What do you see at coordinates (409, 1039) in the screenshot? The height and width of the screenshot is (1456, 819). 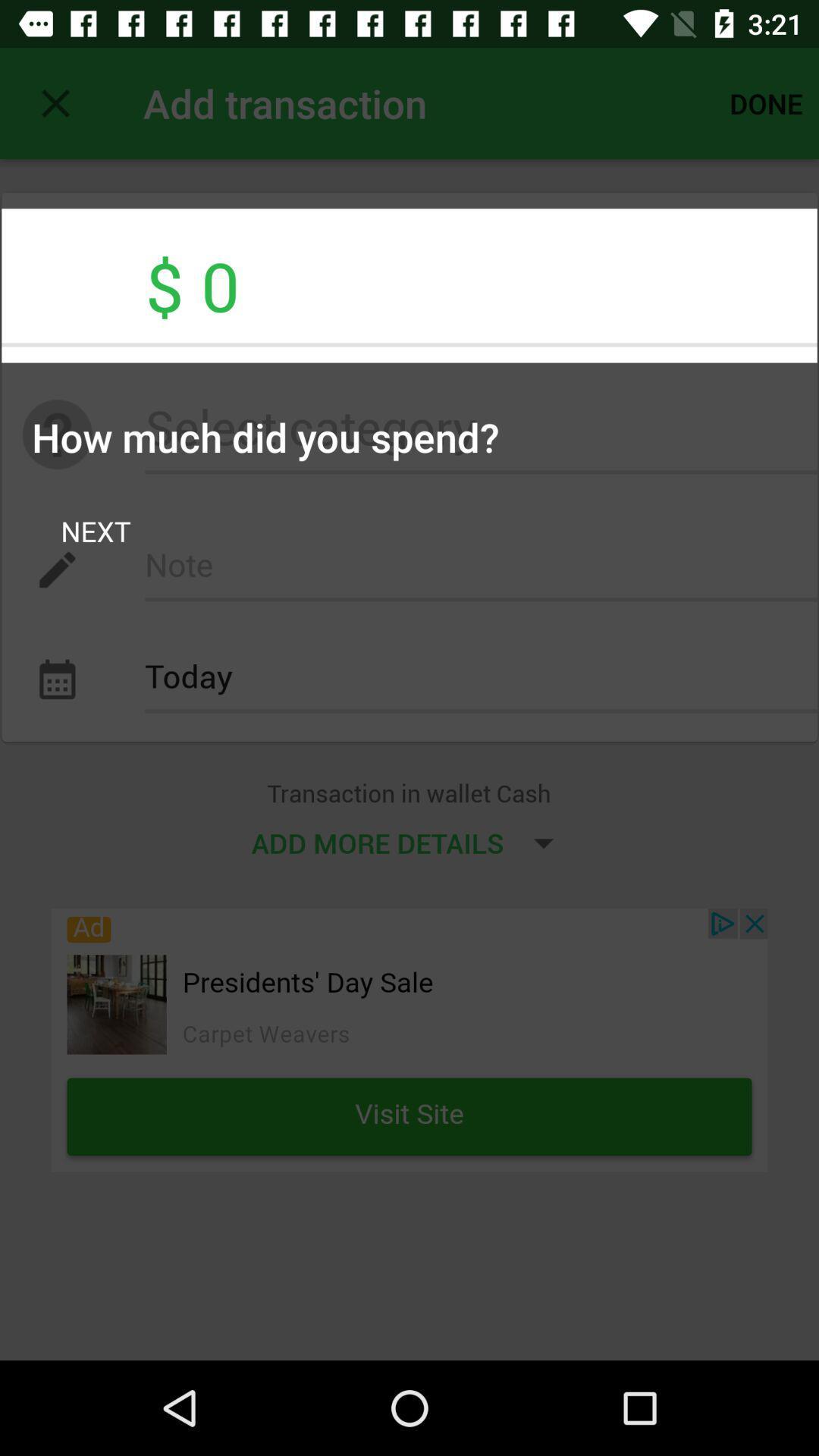 I see `the item below add more details` at bounding box center [409, 1039].